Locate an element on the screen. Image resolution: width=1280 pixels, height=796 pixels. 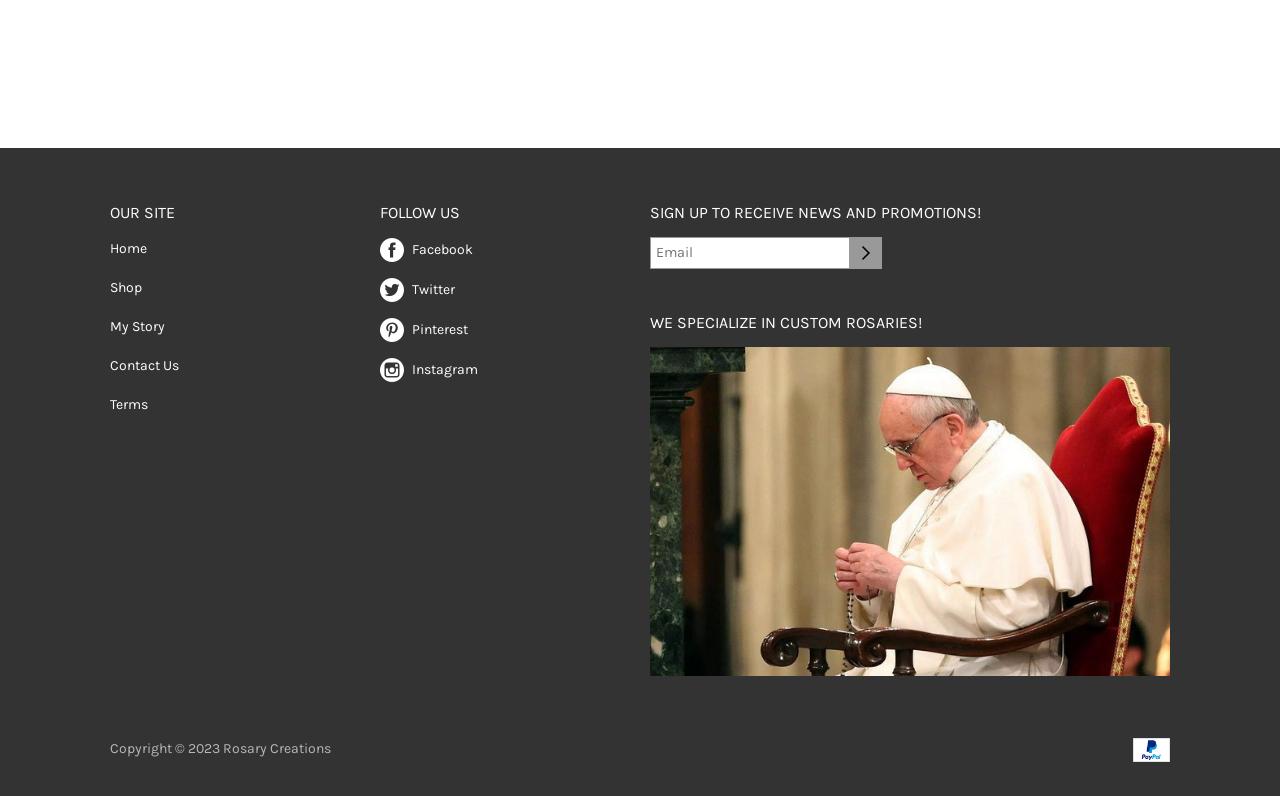
'Home' is located at coordinates (127, 247).